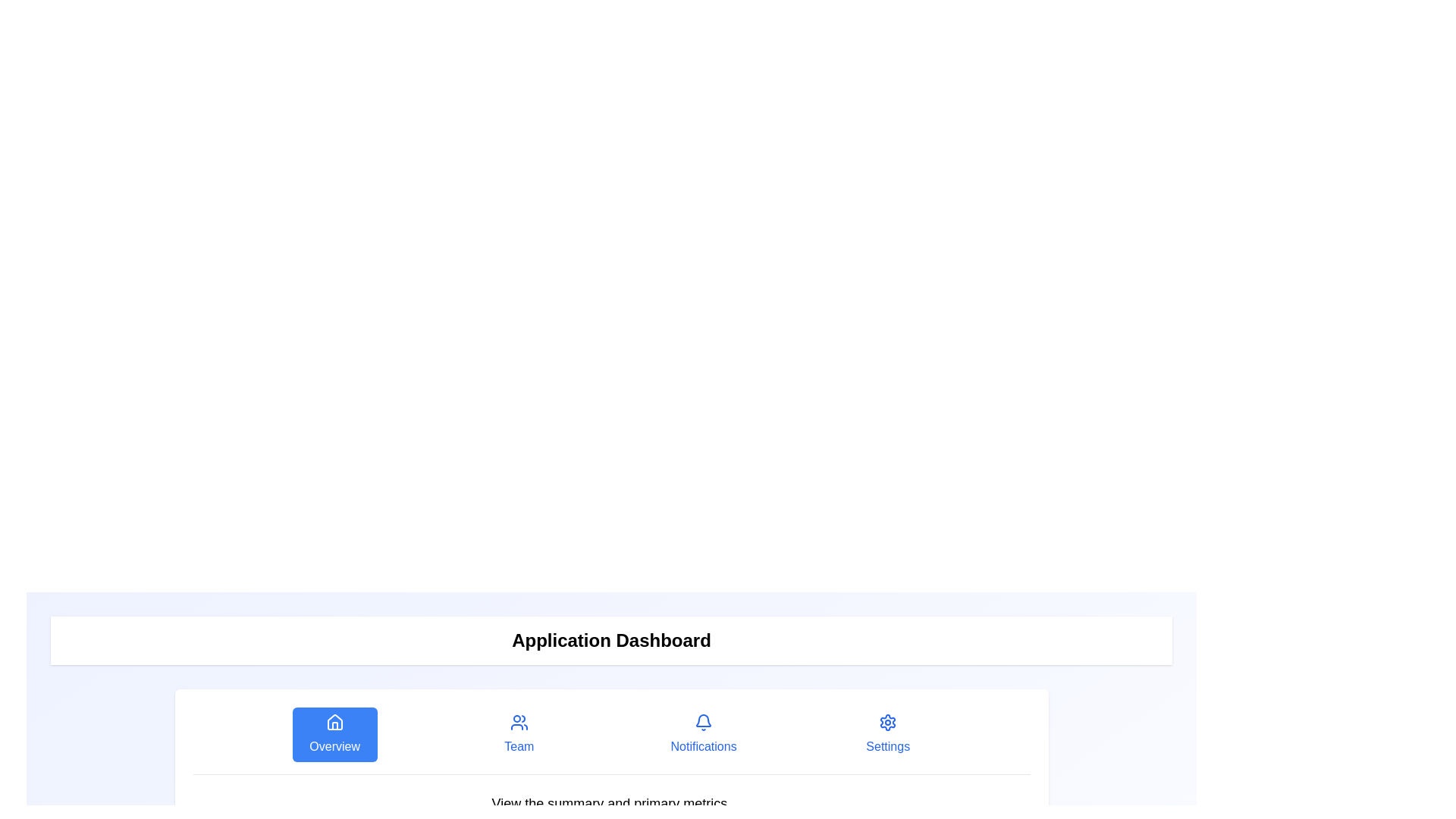 Image resolution: width=1456 pixels, height=819 pixels. Describe the element at coordinates (334, 733) in the screenshot. I see `the first navigation button in the top left section of the navigation bar to enable keyboard navigation` at that location.